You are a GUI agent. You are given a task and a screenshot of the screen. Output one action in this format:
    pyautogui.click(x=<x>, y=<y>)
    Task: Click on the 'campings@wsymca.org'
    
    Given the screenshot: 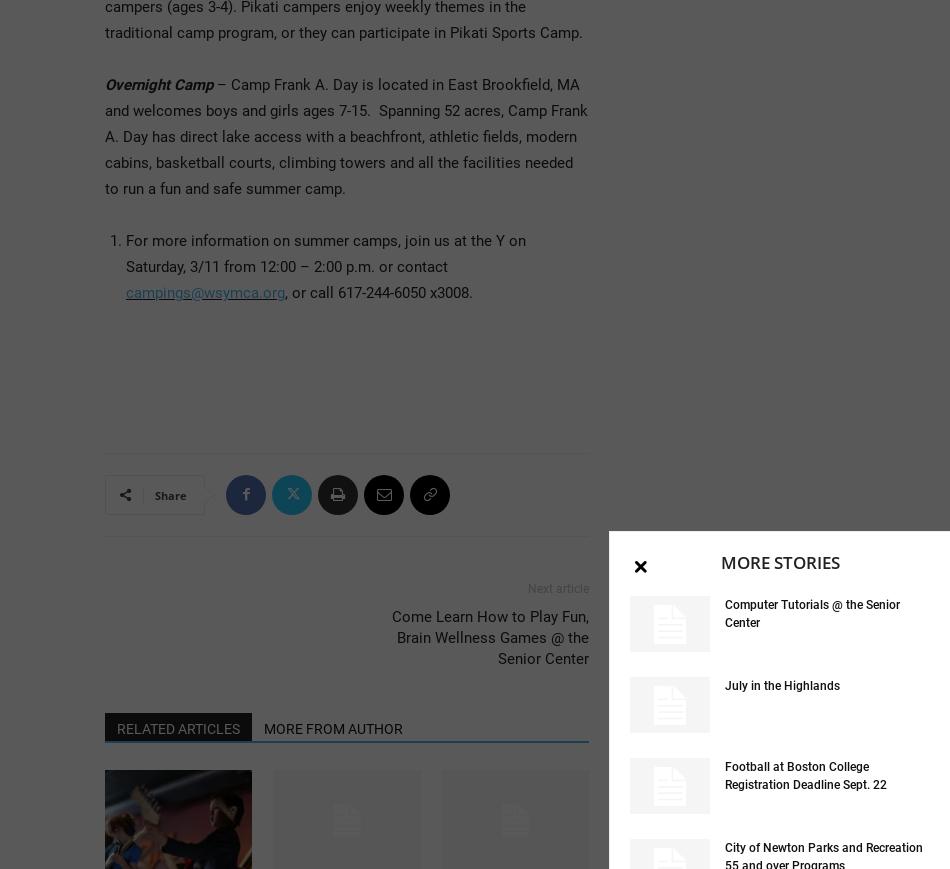 What is the action you would take?
    pyautogui.click(x=205, y=292)
    